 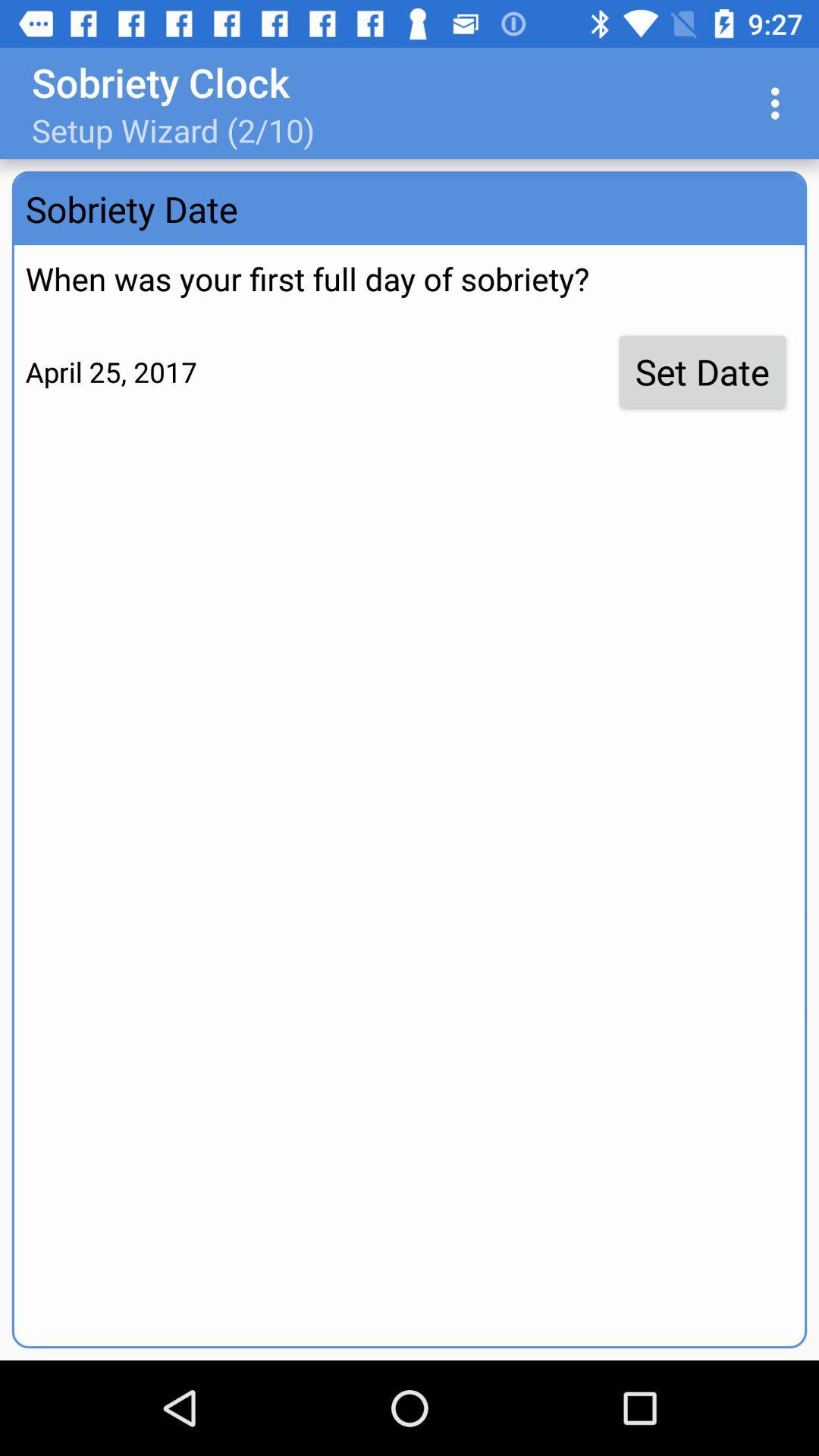 I want to click on the icon above the sobriety date icon, so click(x=779, y=102).